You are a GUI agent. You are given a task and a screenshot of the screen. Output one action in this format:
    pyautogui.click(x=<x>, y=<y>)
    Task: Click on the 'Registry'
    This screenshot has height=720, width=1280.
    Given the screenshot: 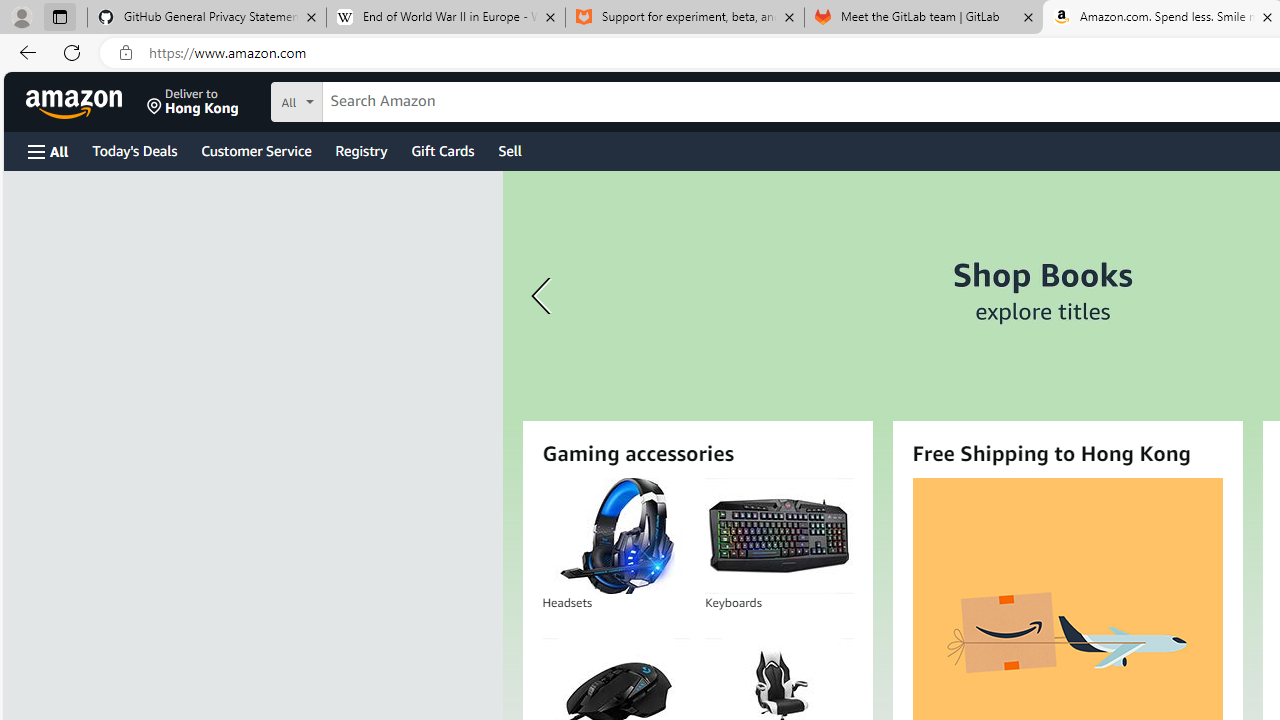 What is the action you would take?
    pyautogui.click(x=360, y=149)
    